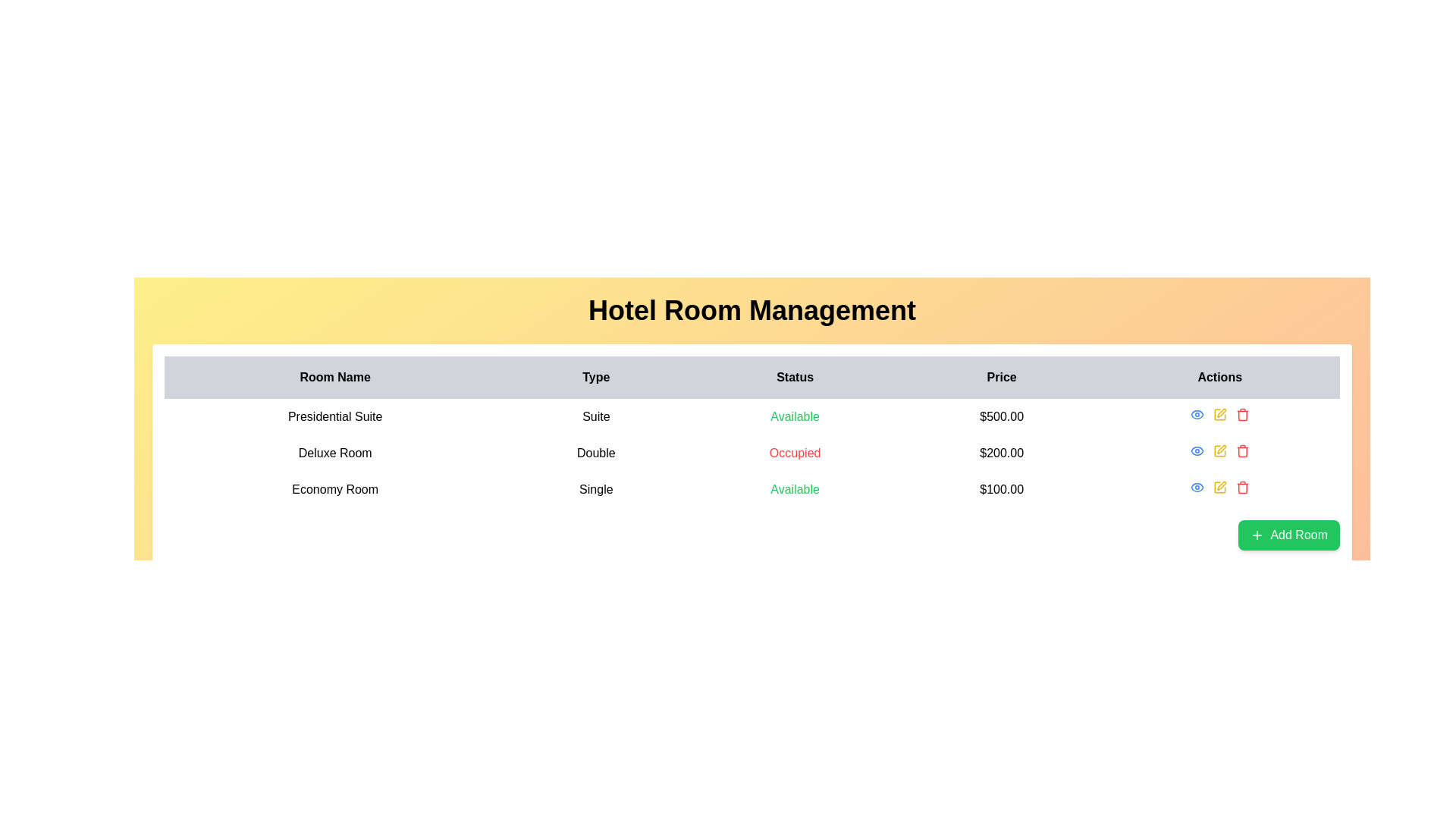  I want to click on the yellow pencil icon in the 'Actions' column of the table row for 'Economy Room', so click(1219, 488).